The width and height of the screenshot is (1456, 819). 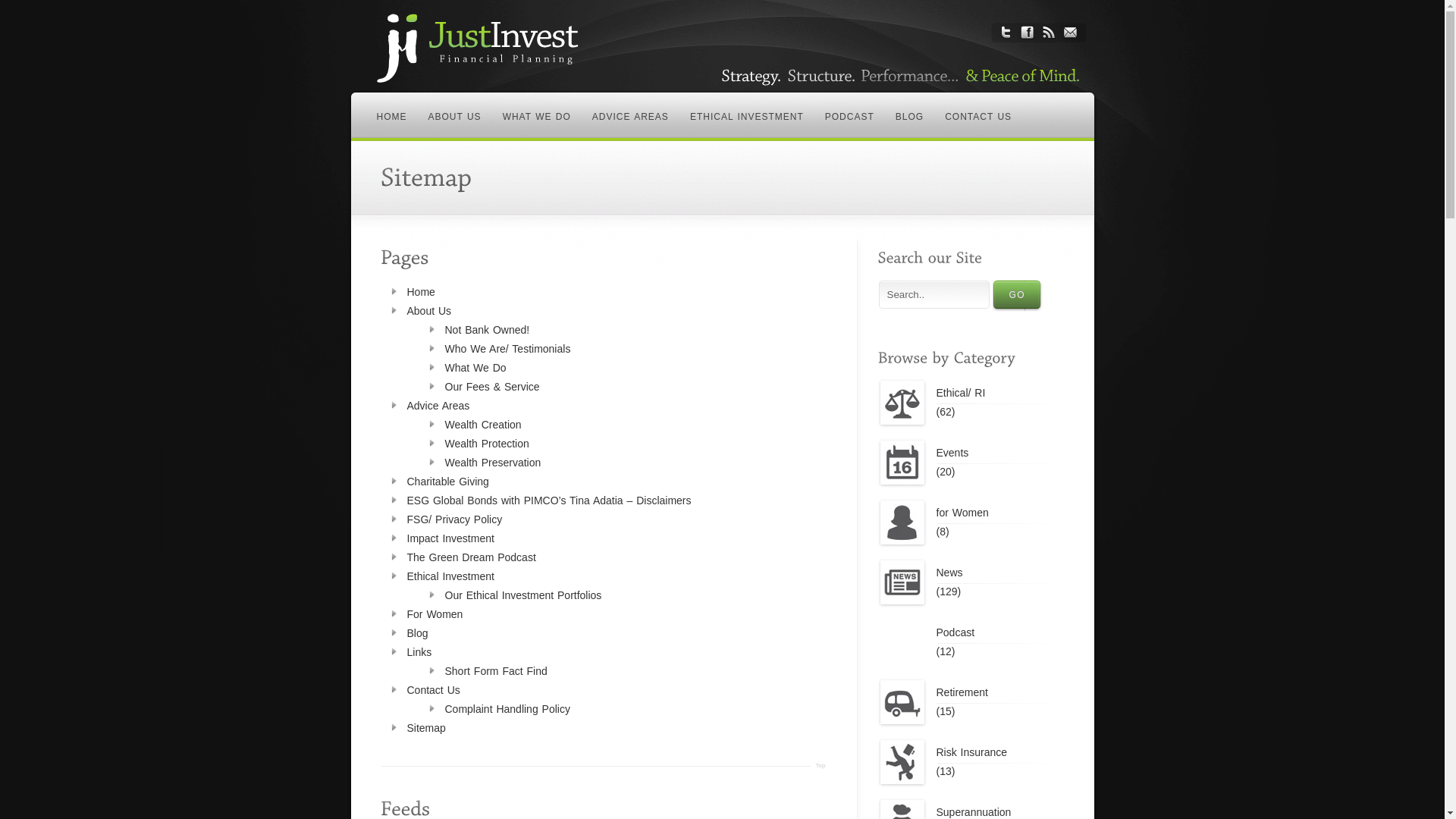 What do you see at coordinates (934, 512) in the screenshot?
I see `'for Women'` at bounding box center [934, 512].